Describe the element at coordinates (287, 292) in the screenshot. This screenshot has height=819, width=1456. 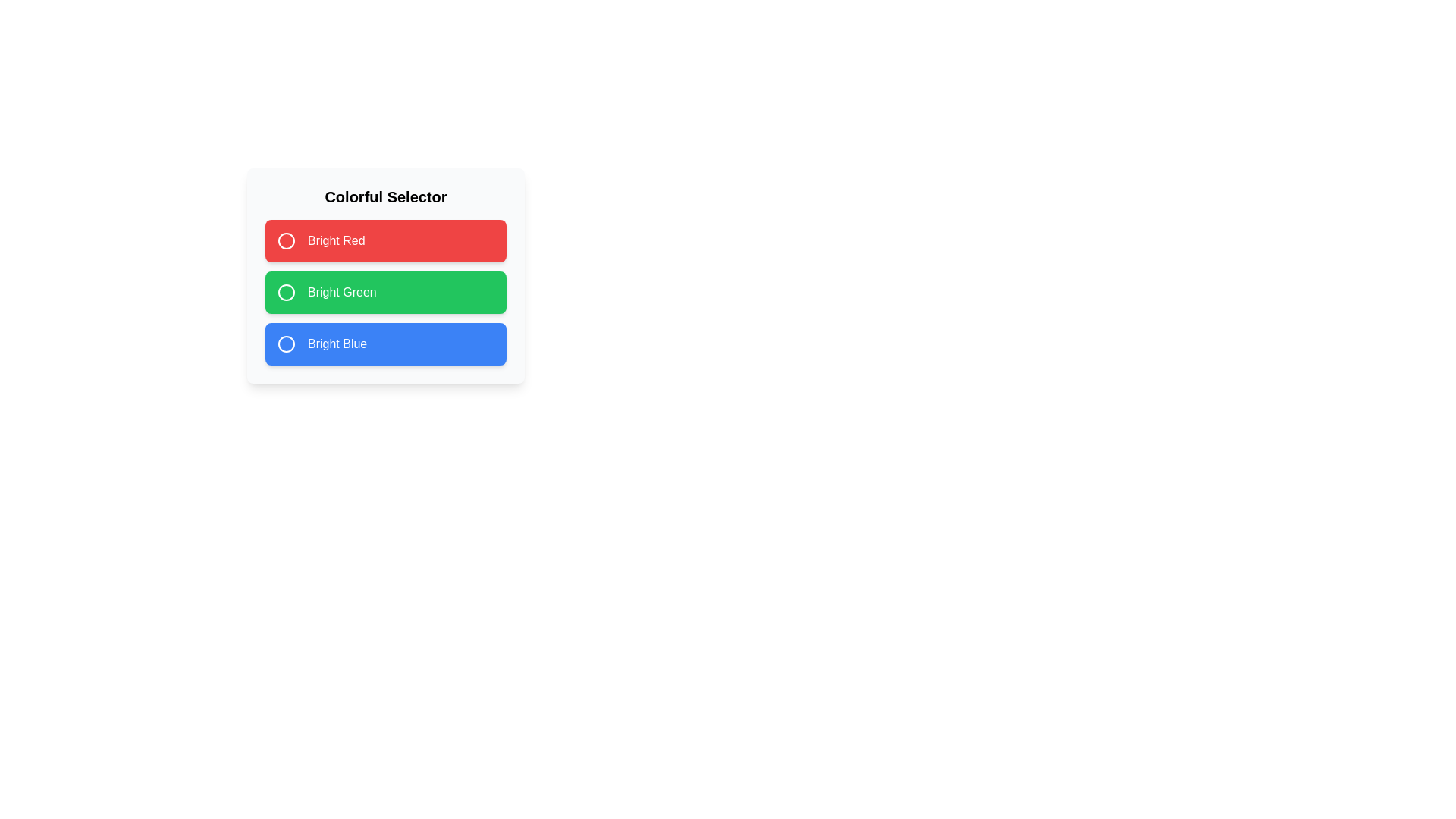
I see `the circular SVG radio button indicator with a green background and white border, located within the green rectangular card labeled 'Bright Green'` at that location.